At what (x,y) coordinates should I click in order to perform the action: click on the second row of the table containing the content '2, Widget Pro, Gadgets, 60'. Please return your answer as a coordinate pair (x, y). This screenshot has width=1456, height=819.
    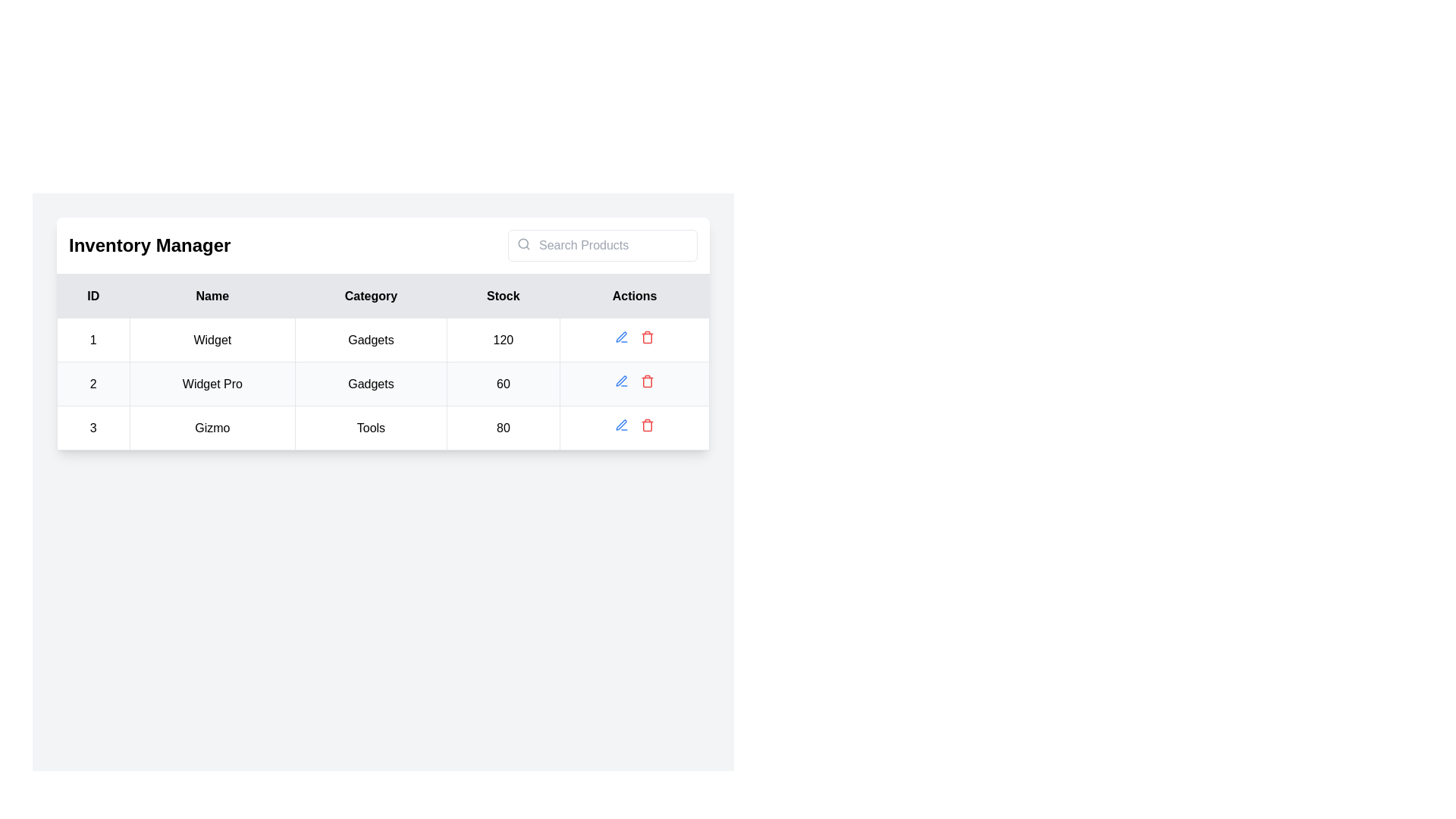
    Looking at the image, I should click on (383, 383).